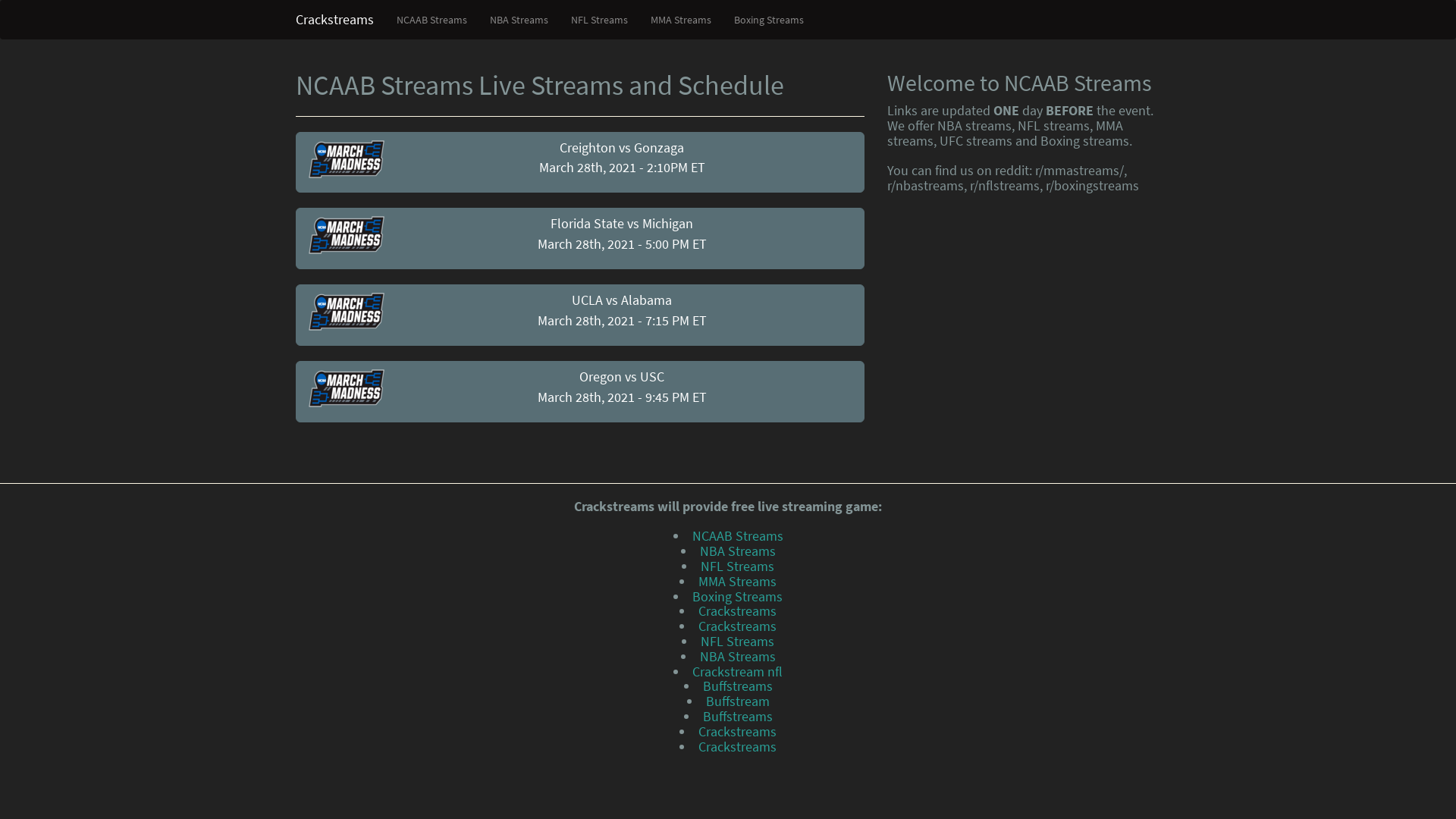 Image resolution: width=1456 pixels, height=819 pixels. I want to click on 'NBA Streams', so click(737, 551).